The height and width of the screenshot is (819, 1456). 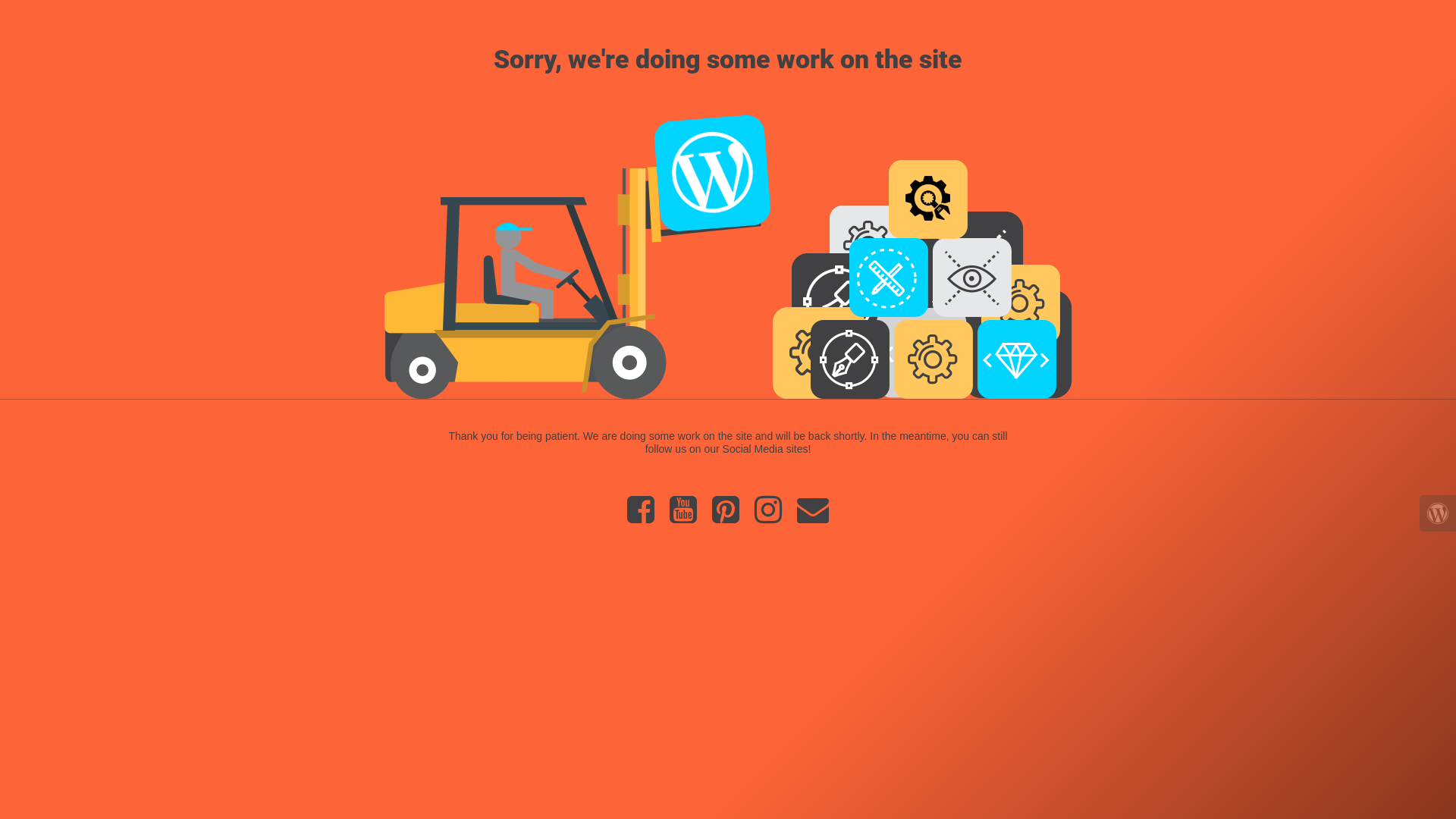 I want to click on 'Forklift at Work', so click(x=726, y=254).